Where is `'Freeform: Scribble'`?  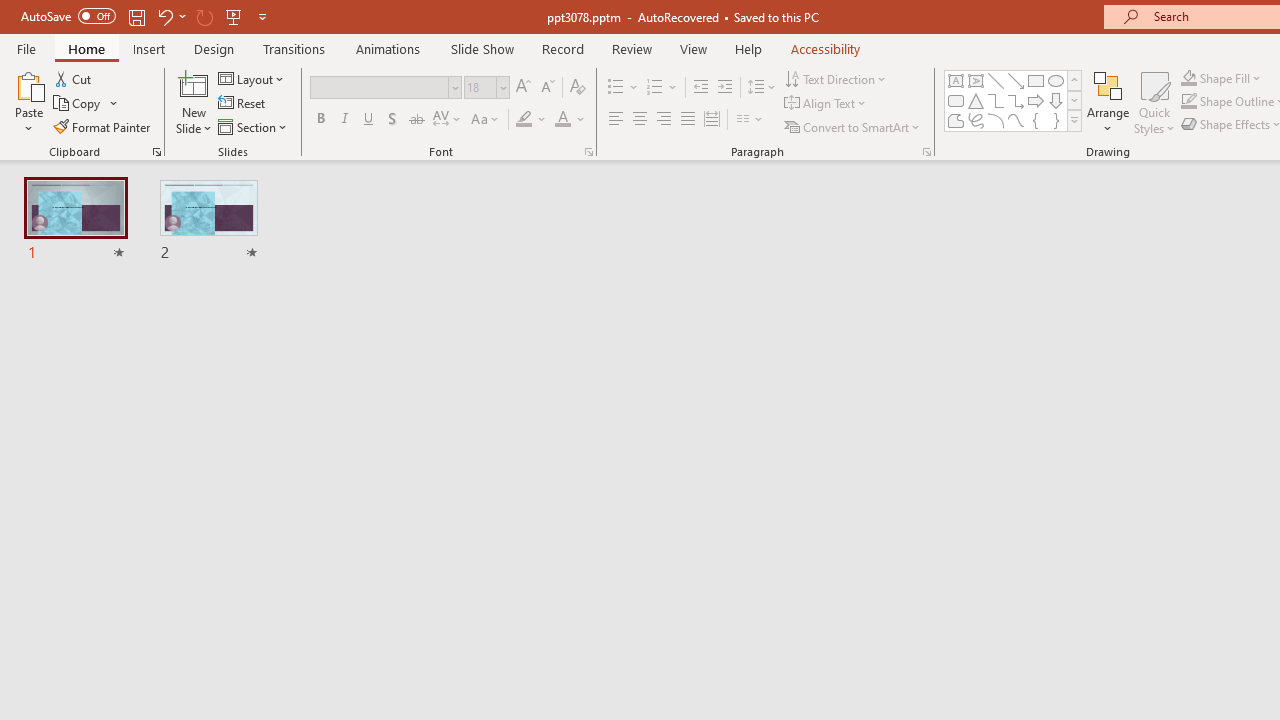 'Freeform: Scribble' is located at coordinates (976, 120).